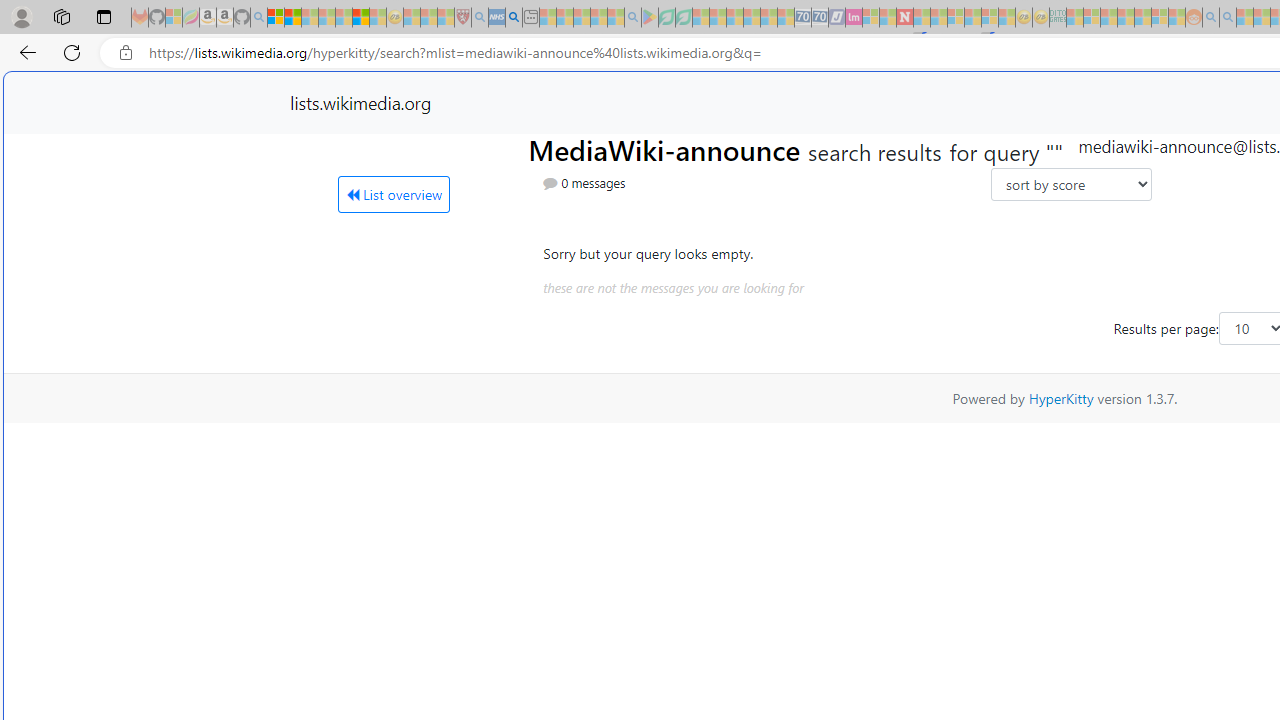 The image size is (1280, 720). Describe the element at coordinates (360, 102) in the screenshot. I see `'lists.wikimedia.org'` at that location.